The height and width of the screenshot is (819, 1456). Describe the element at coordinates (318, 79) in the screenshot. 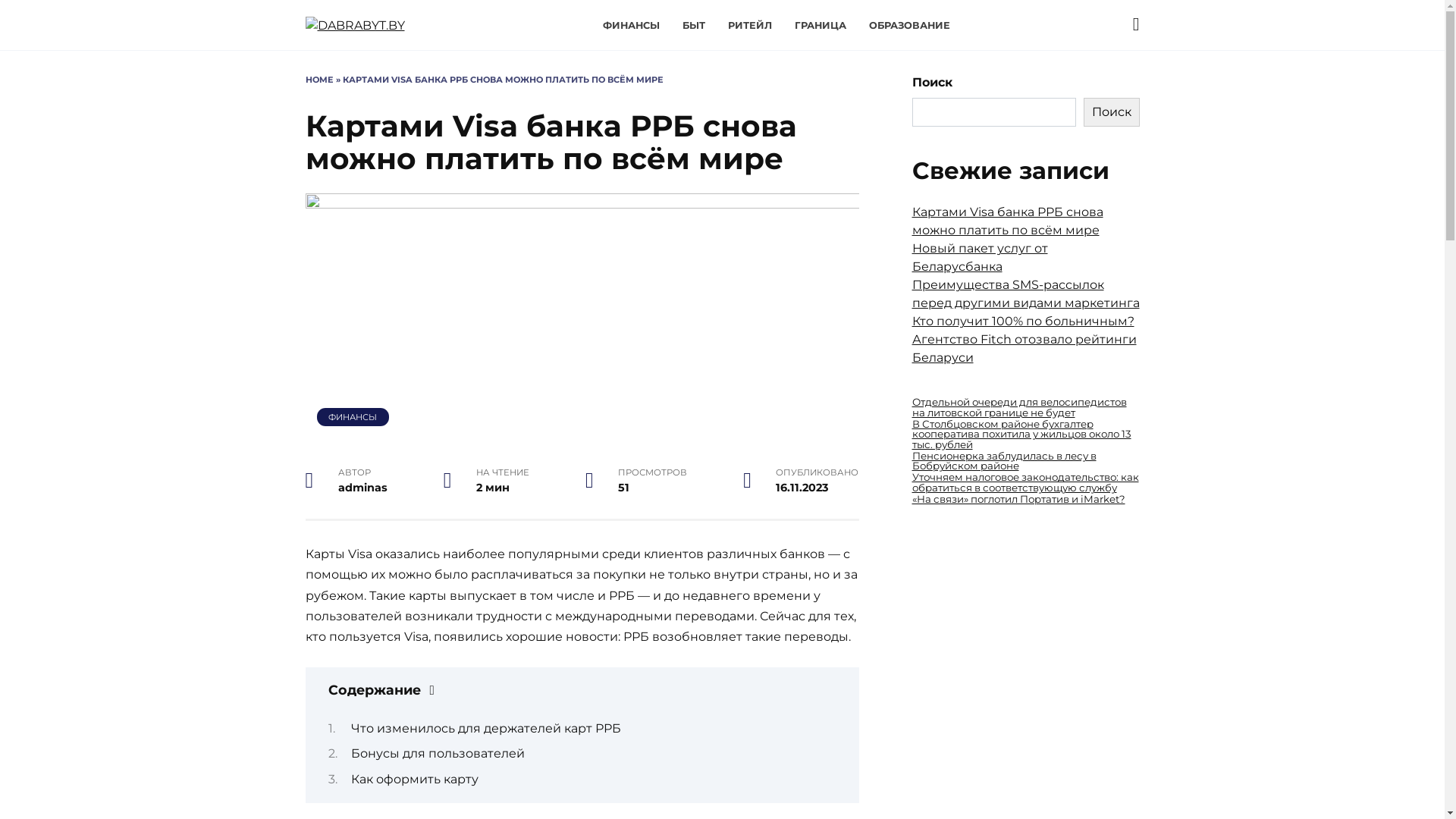

I see `'HOME'` at that location.